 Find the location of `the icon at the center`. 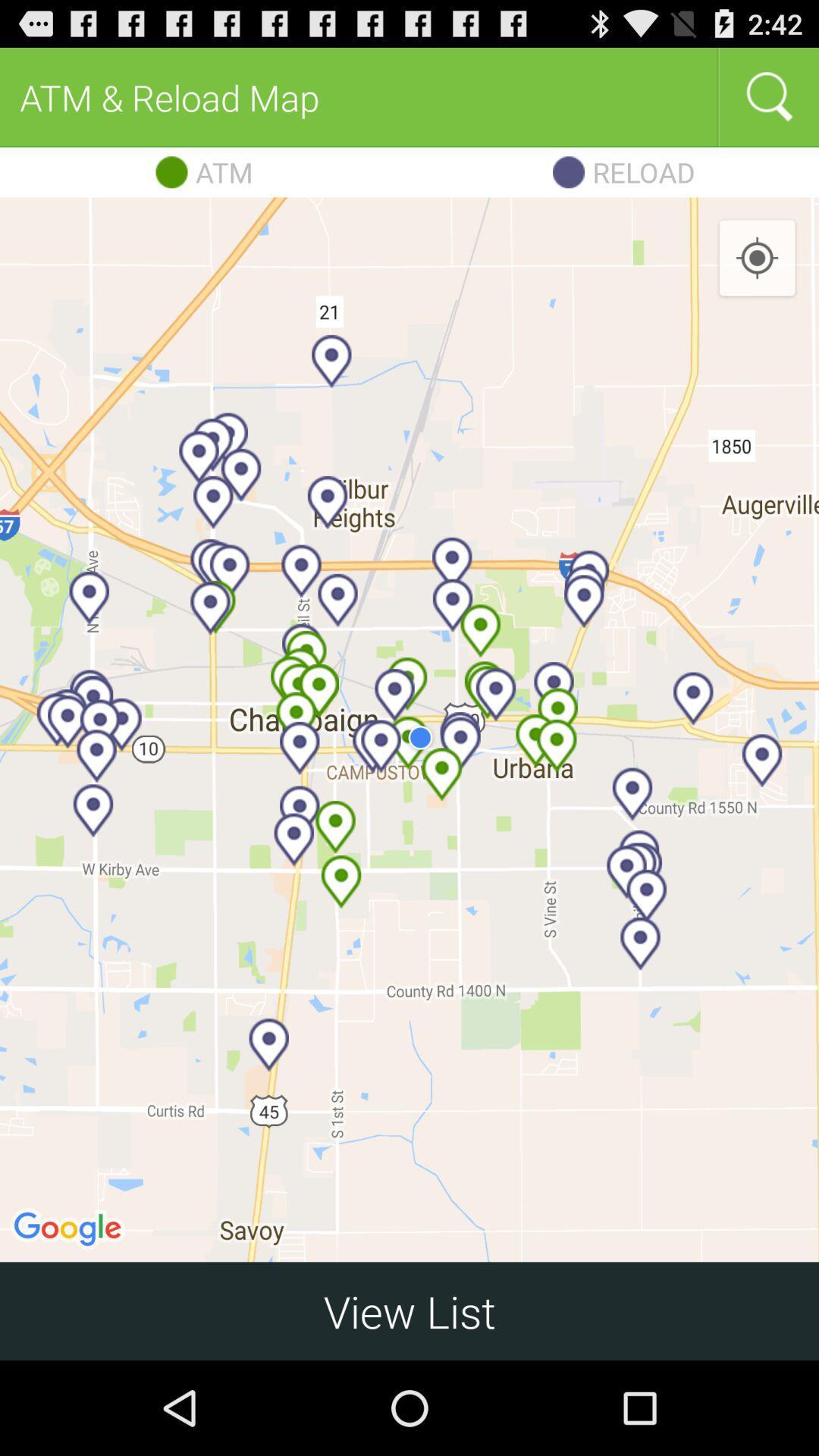

the icon at the center is located at coordinates (409, 730).